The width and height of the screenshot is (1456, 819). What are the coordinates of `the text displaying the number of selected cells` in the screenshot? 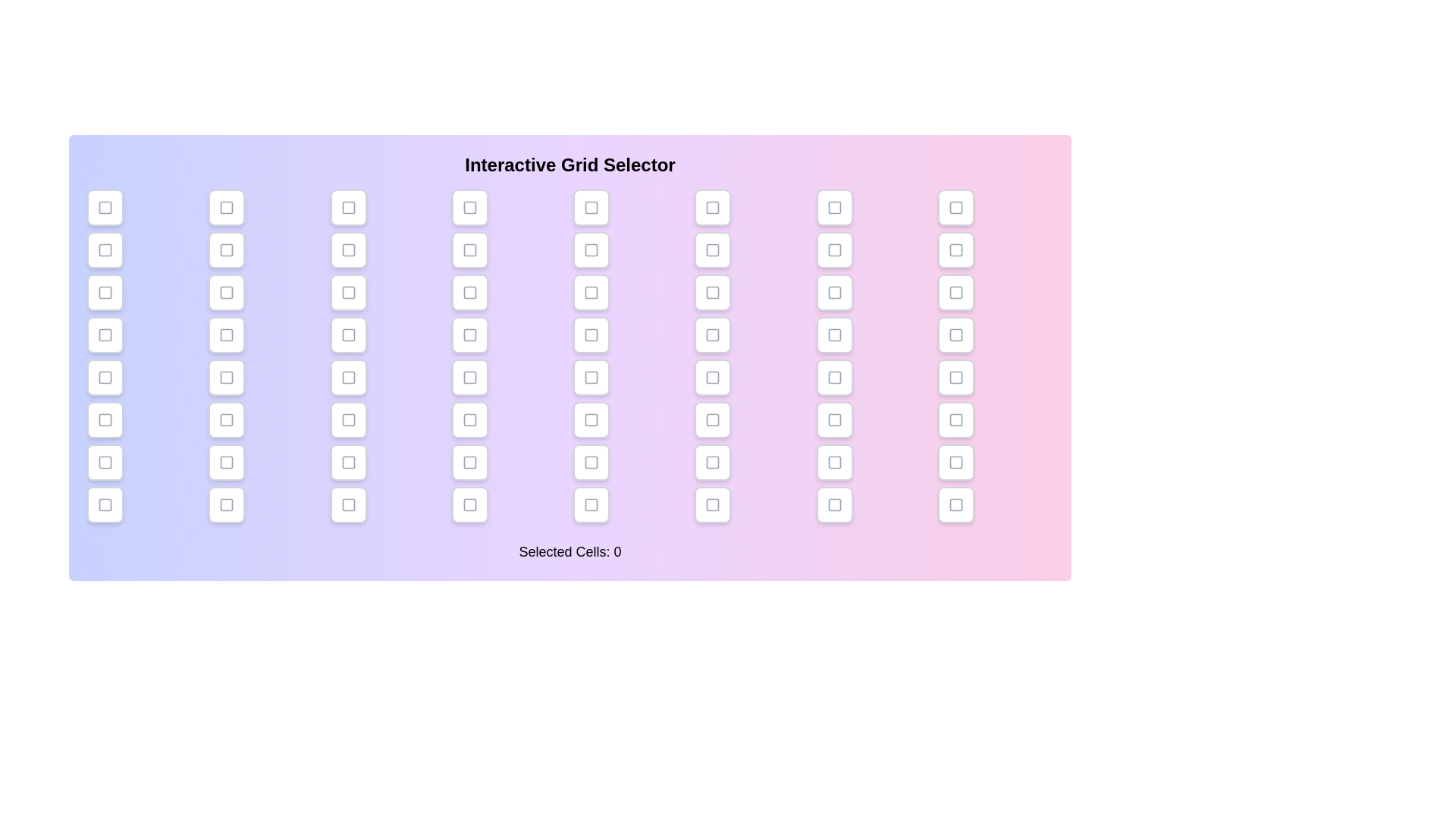 It's located at (570, 552).